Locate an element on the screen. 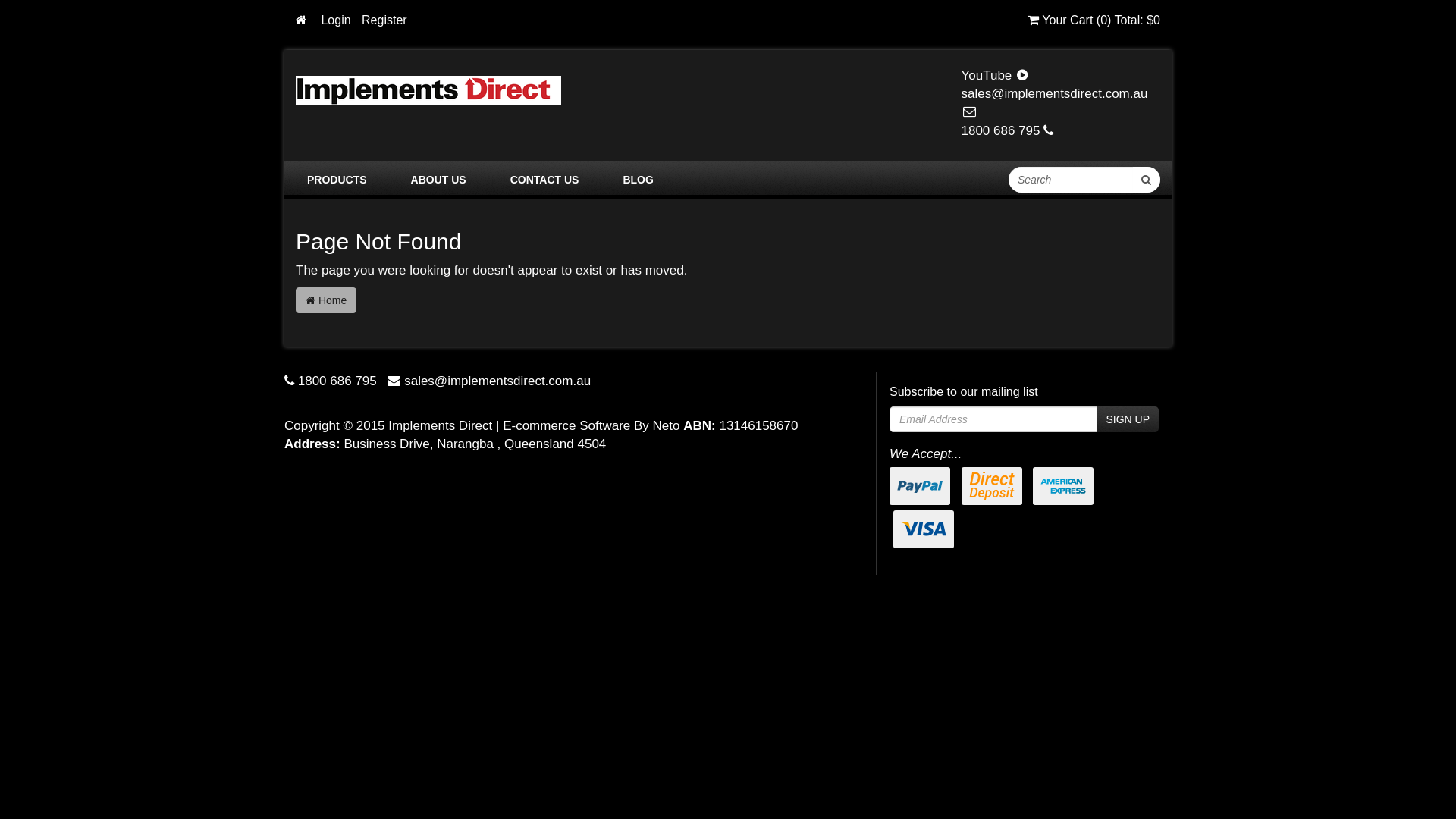 The image size is (1456, 819). 'E-commerce Software' is located at coordinates (566, 425).